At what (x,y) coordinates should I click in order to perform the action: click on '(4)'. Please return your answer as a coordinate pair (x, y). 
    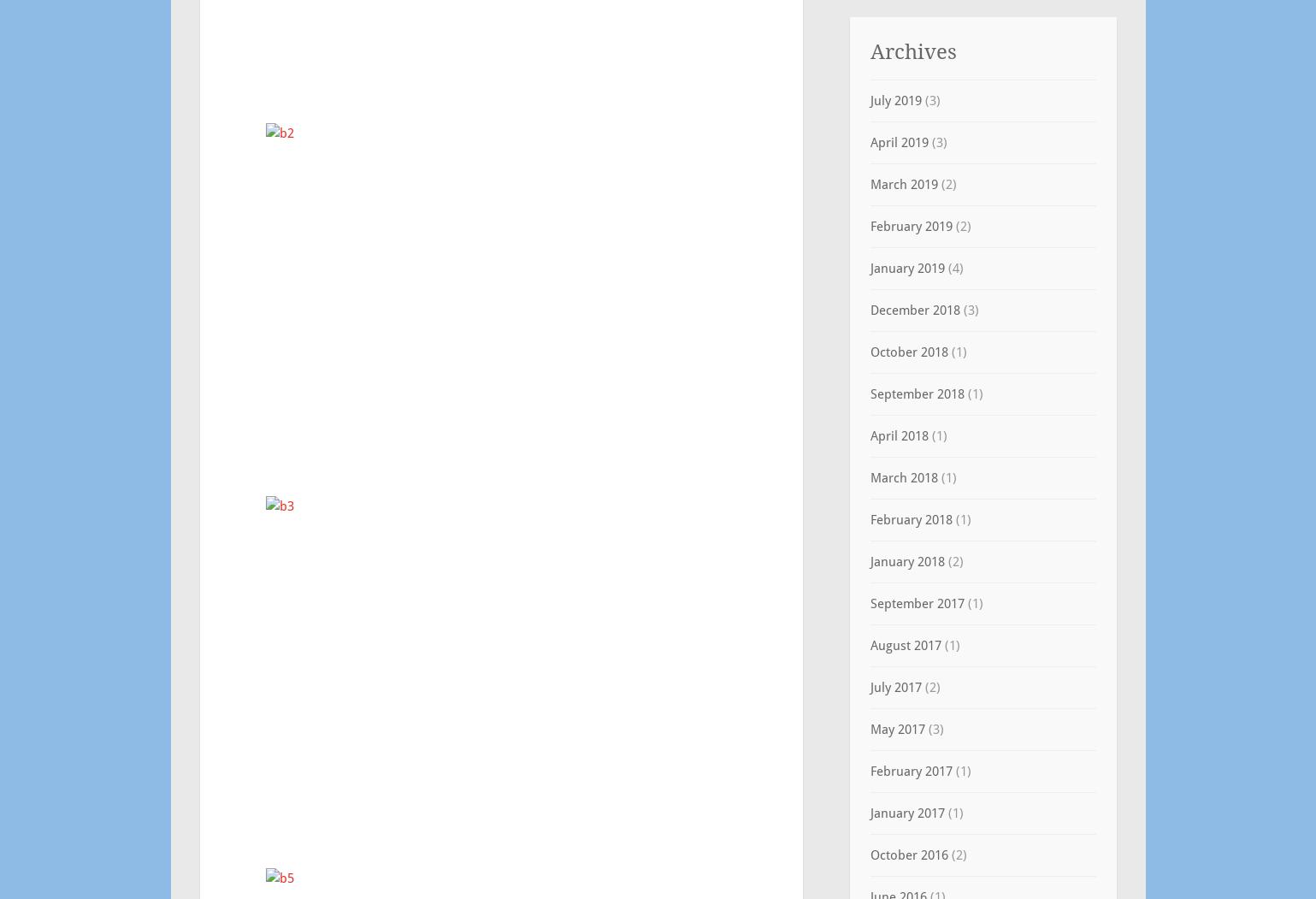
    Looking at the image, I should click on (953, 268).